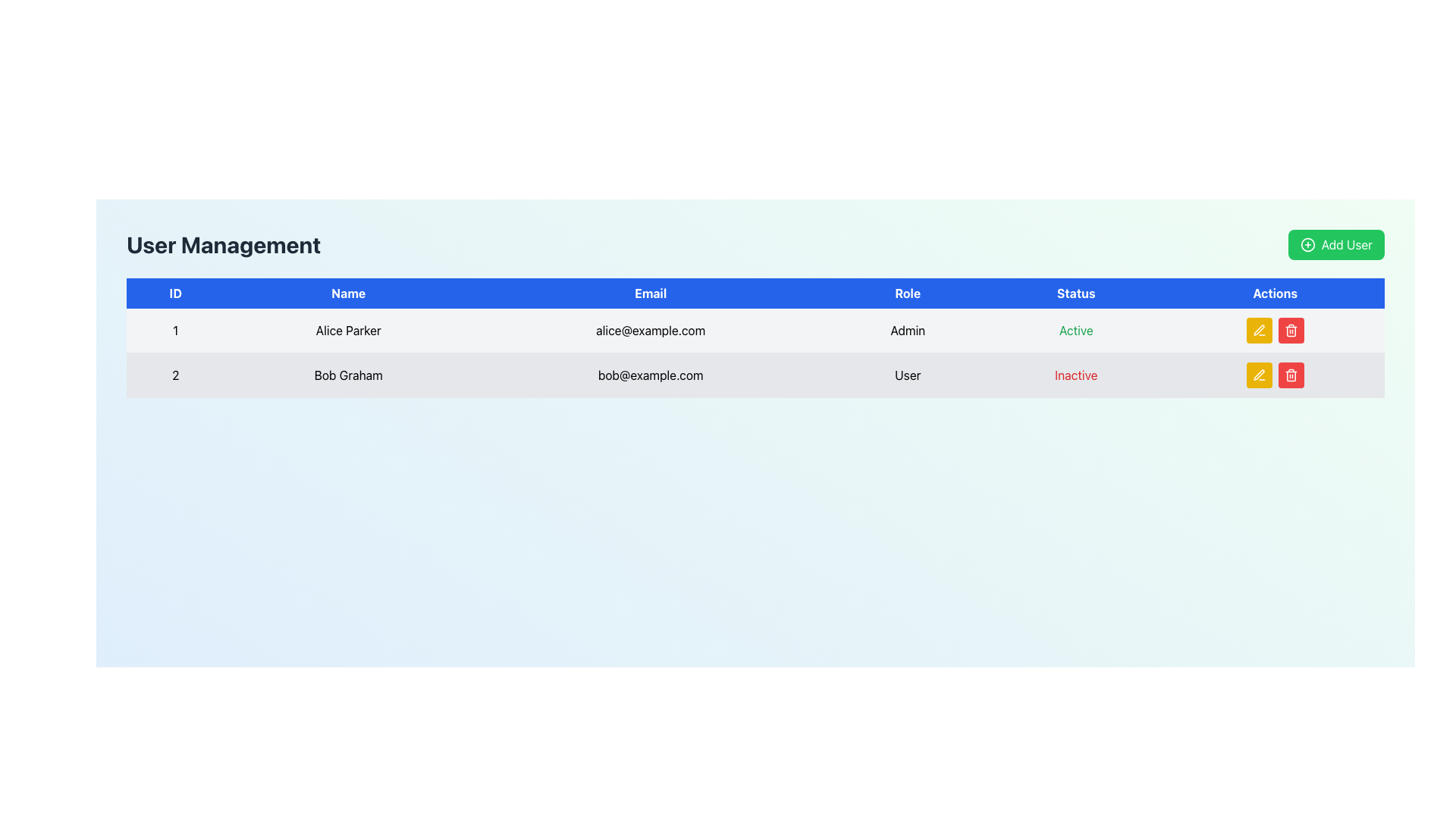 The image size is (1456, 819). Describe the element at coordinates (1290, 375) in the screenshot. I see `the trash can icon, which is the second button in the rightmost 'Actions' column of the user management table's second row` at that location.